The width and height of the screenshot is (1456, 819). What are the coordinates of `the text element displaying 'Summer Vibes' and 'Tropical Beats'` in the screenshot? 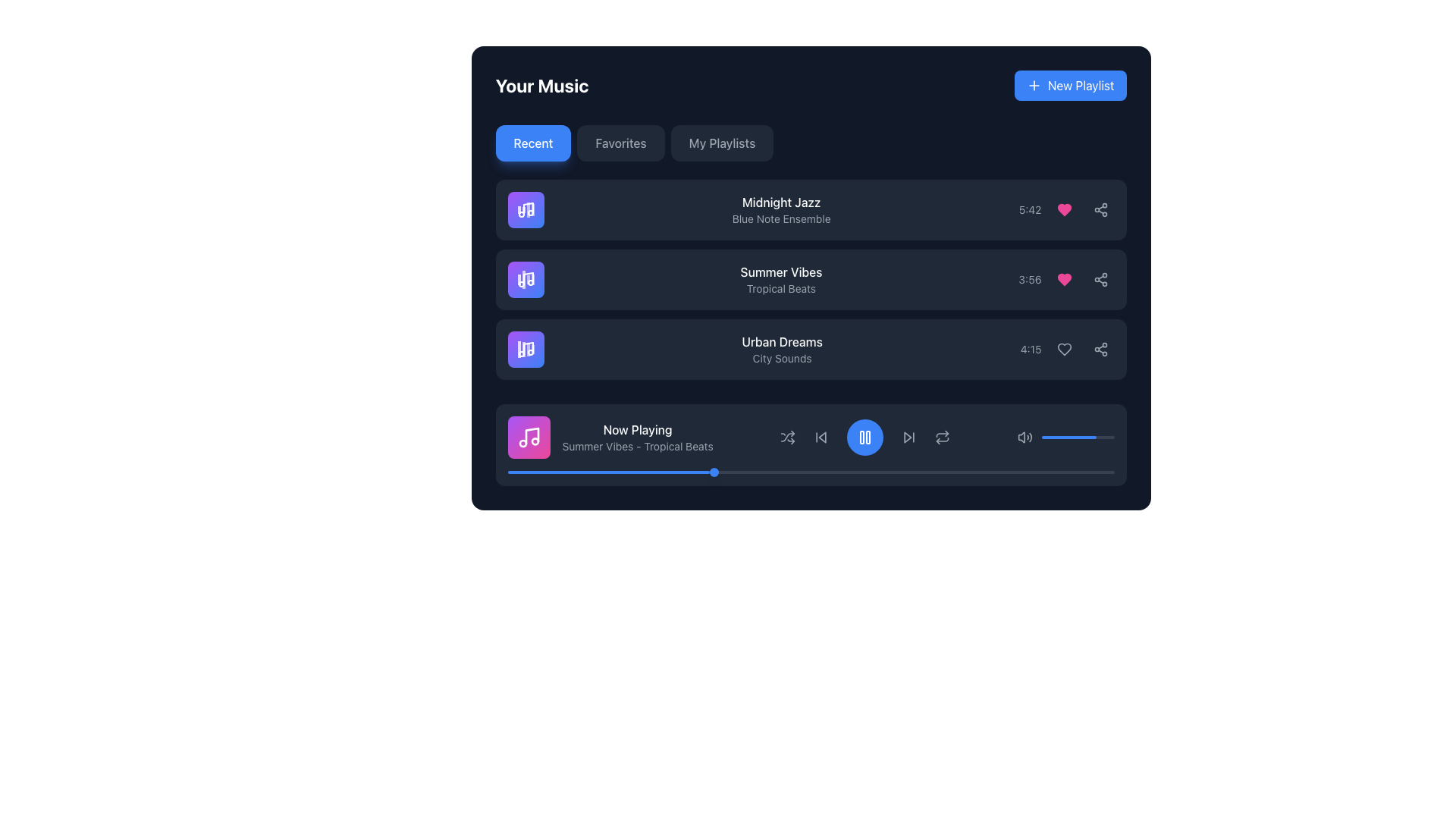 It's located at (781, 280).